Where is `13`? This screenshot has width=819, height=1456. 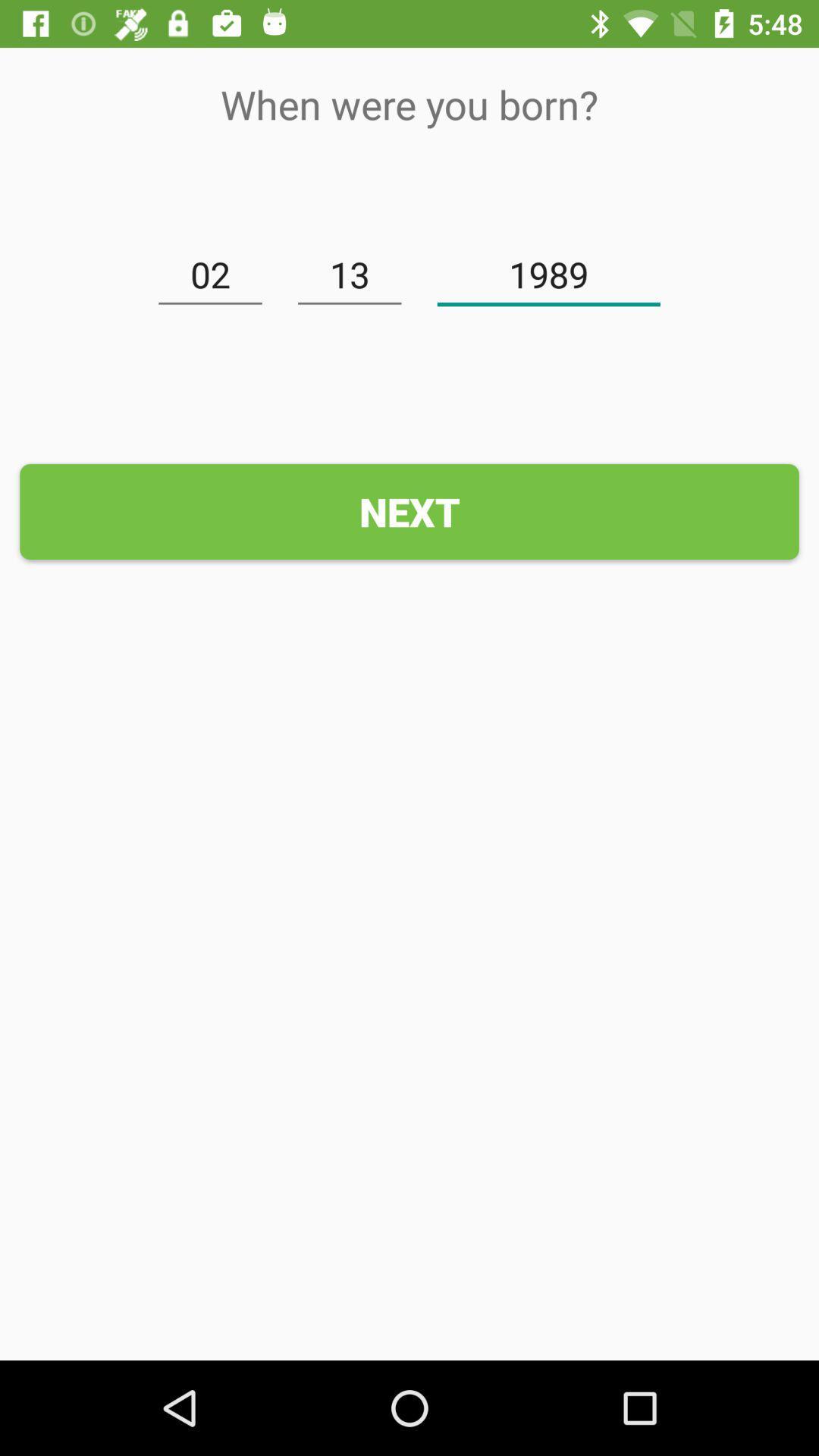 13 is located at coordinates (350, 275).